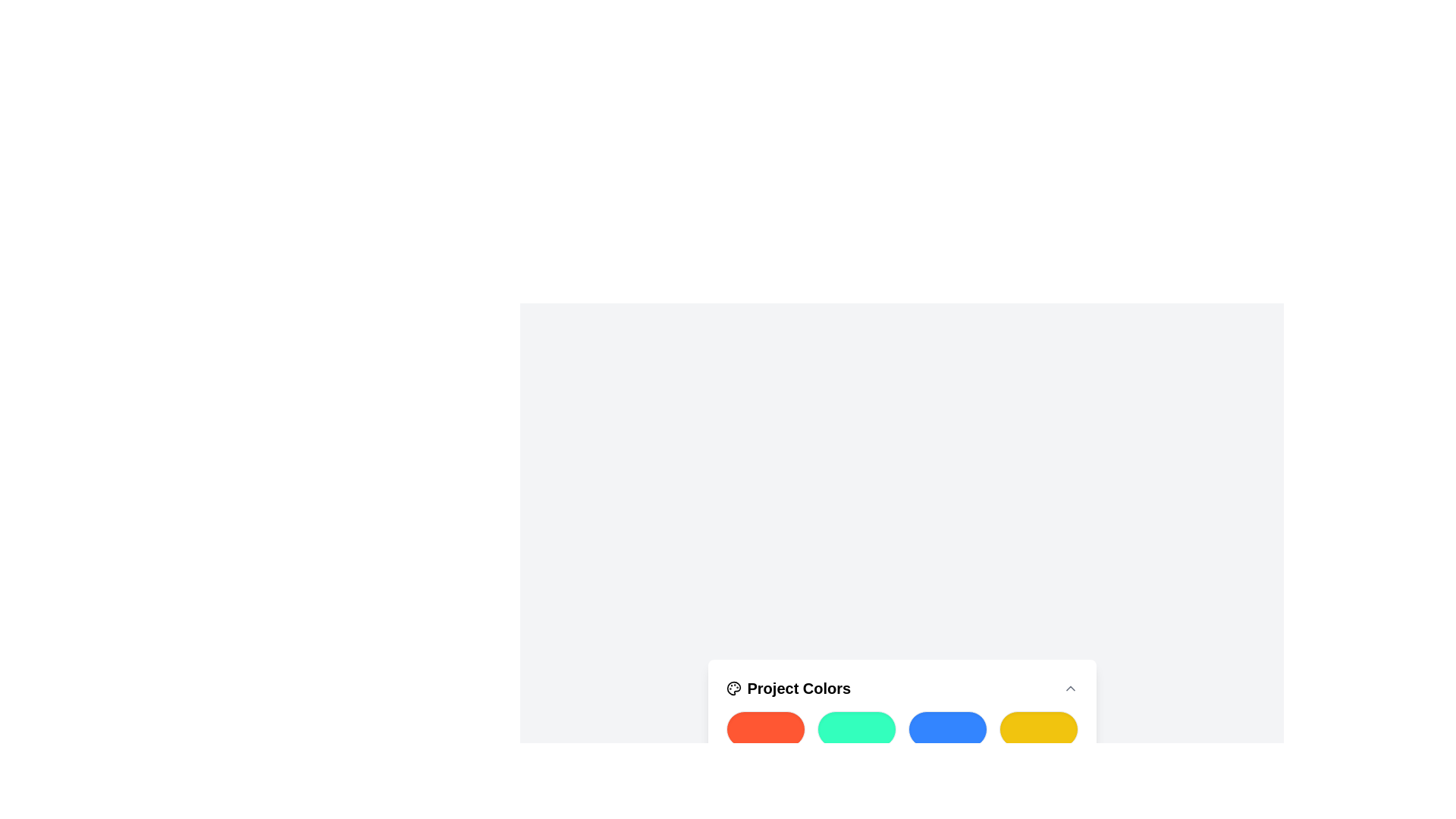  Describe the element at coordinates (1069, 688) in the screenshot. I see `the interactive Chevron Icon pointing upwards, located in the upper-right corner of the 'Project Colors' section` at that location.